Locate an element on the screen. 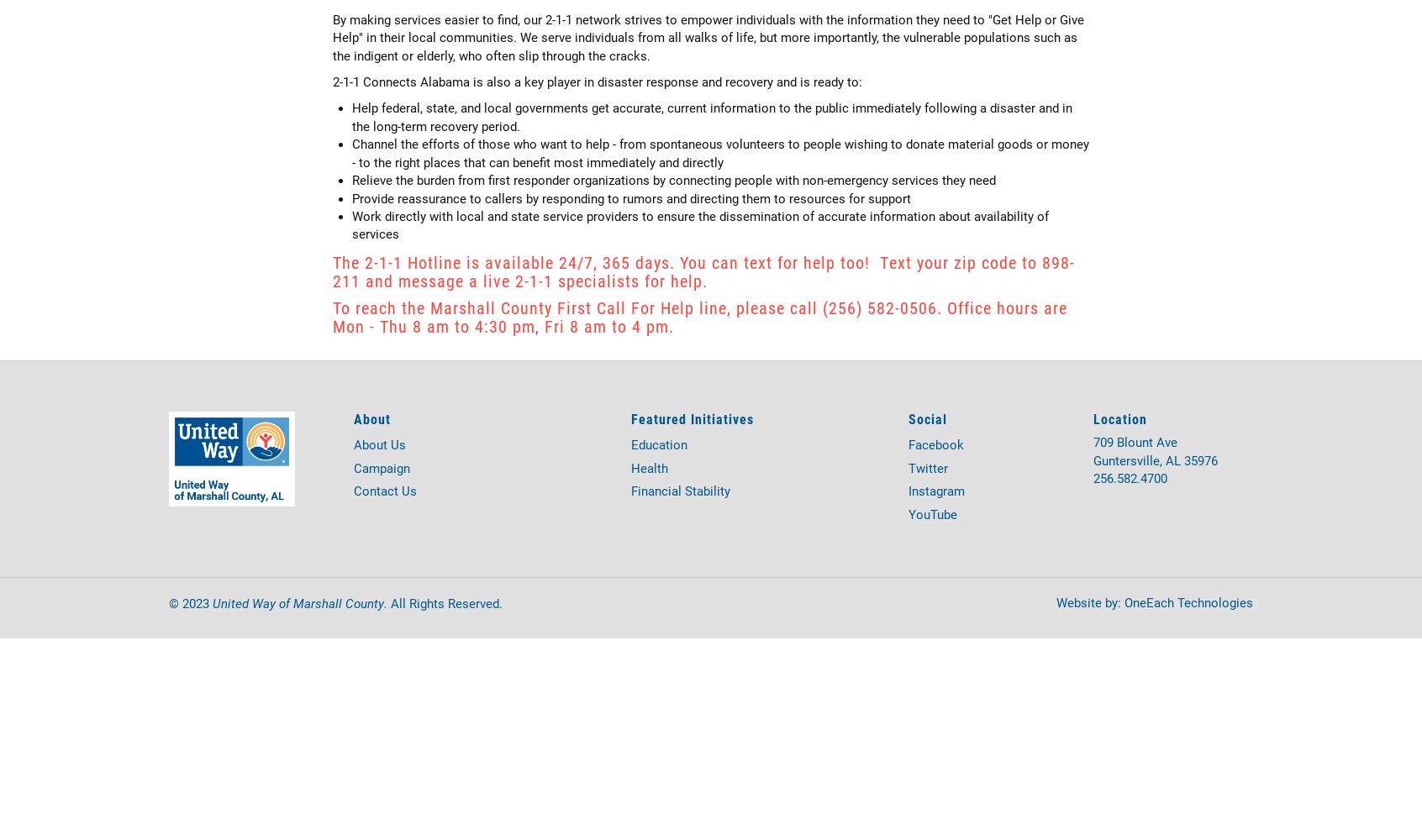 The width and height of the screenshot is (1422, 840). 'Financial Stability' is located at coordinates (680, 491).